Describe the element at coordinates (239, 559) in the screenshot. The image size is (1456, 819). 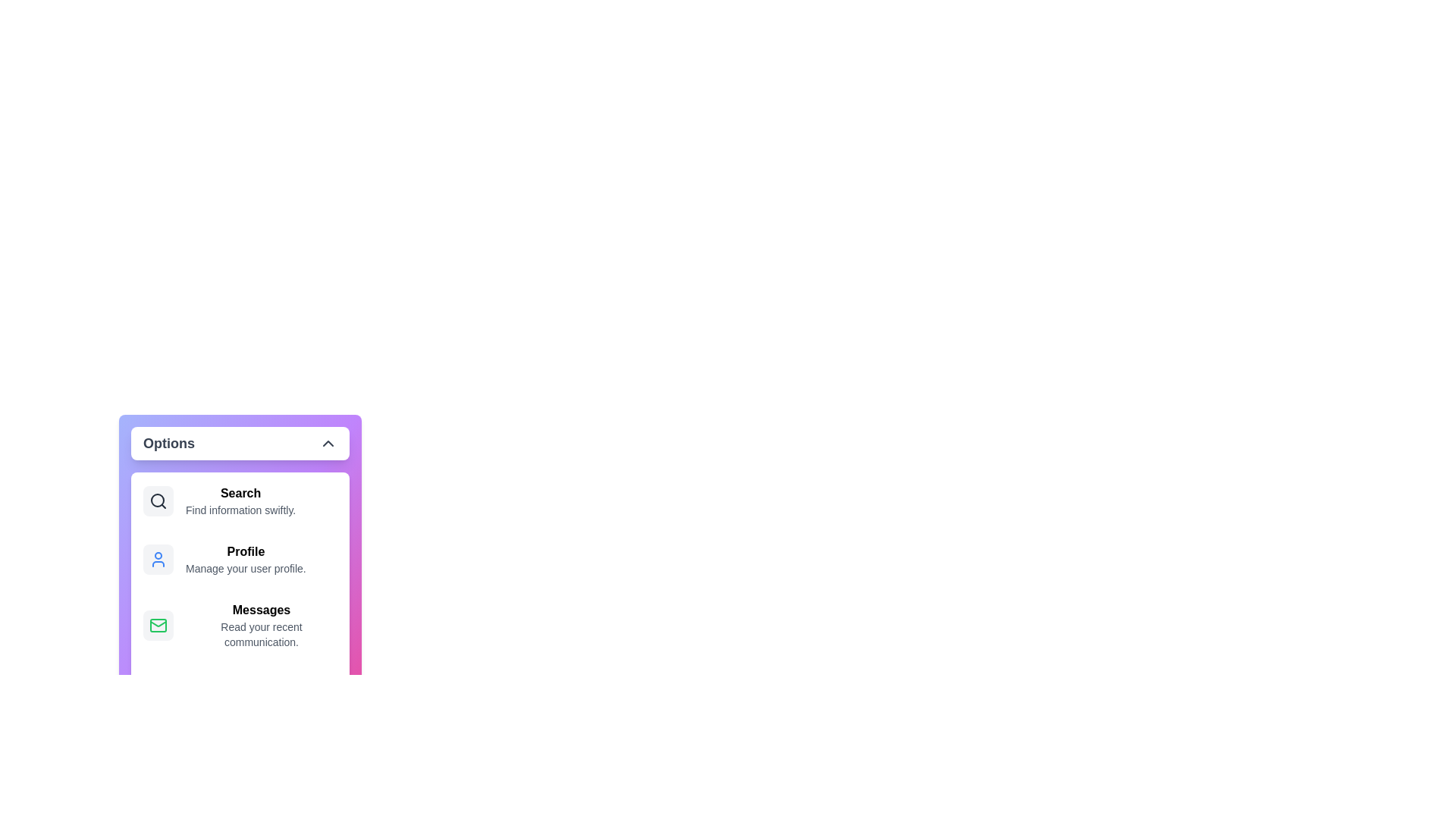
I see `the menu item Profile` at that location.